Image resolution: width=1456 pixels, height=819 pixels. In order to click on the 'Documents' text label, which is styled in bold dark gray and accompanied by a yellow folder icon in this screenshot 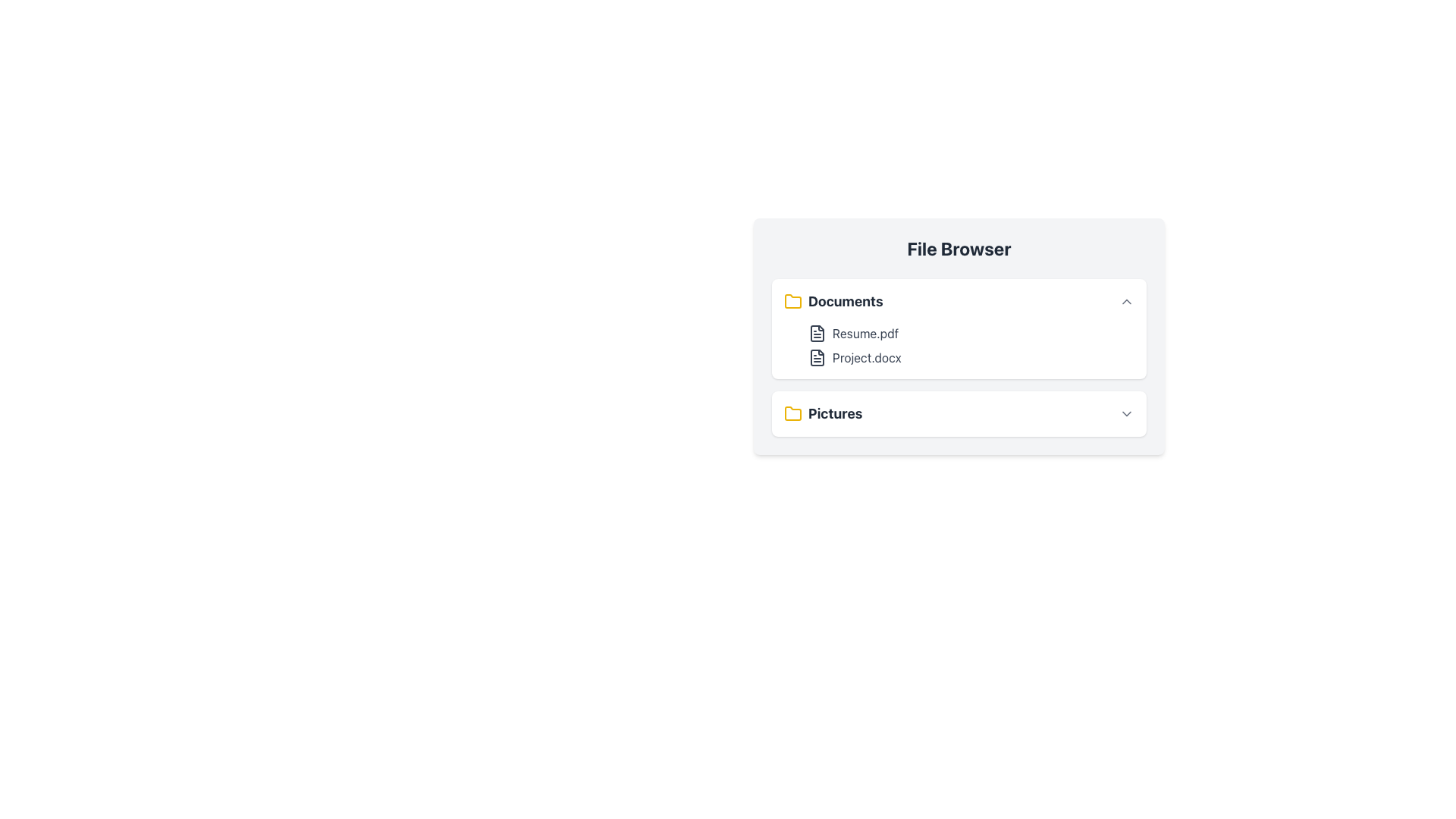, I will do `click(833, 301)`.